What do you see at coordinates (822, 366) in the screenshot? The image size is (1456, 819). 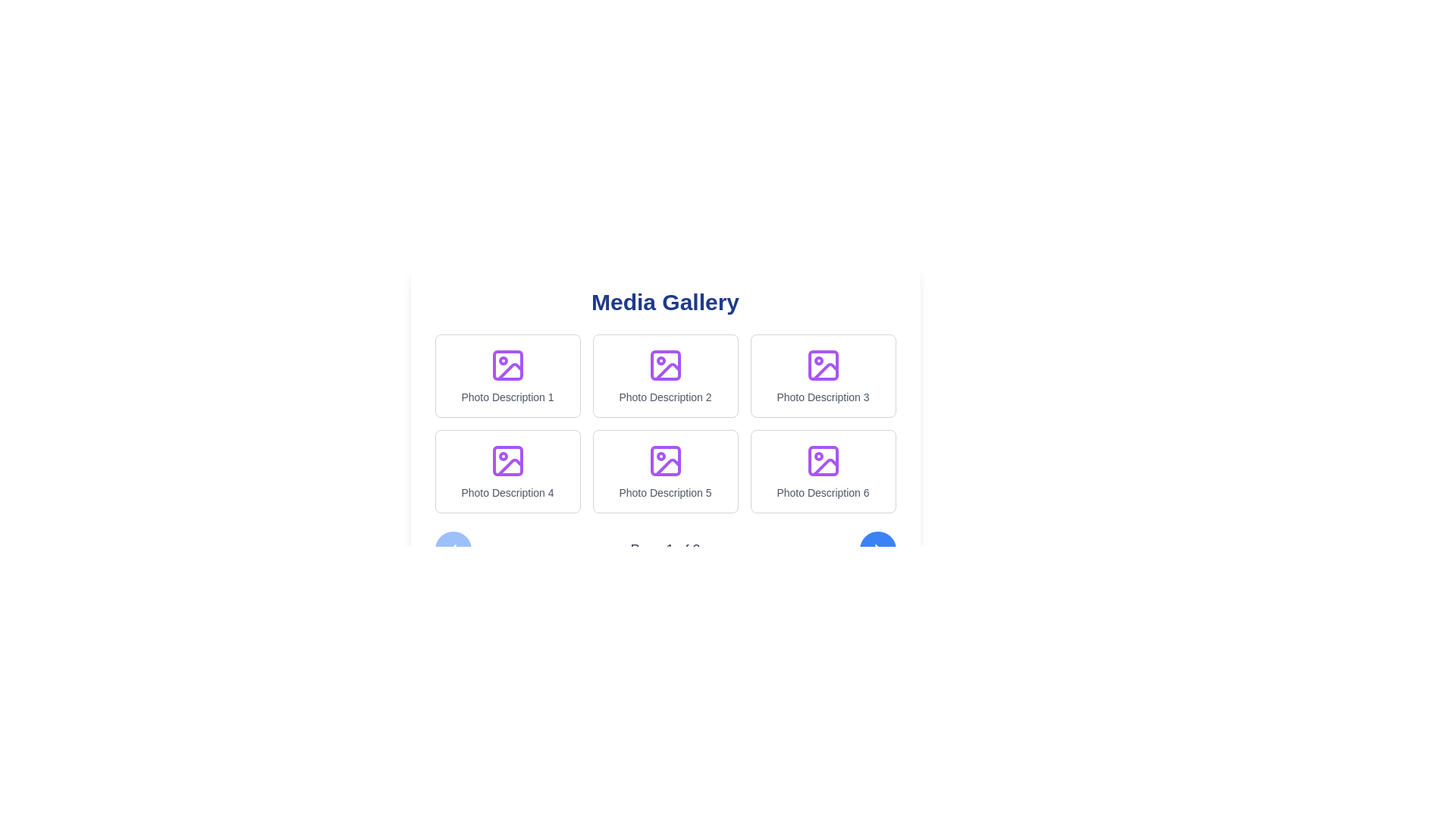 I see `the decorative shape within the purple picture frame icon located in the top-right section of the media gallery` at bounding box center [822, 366].